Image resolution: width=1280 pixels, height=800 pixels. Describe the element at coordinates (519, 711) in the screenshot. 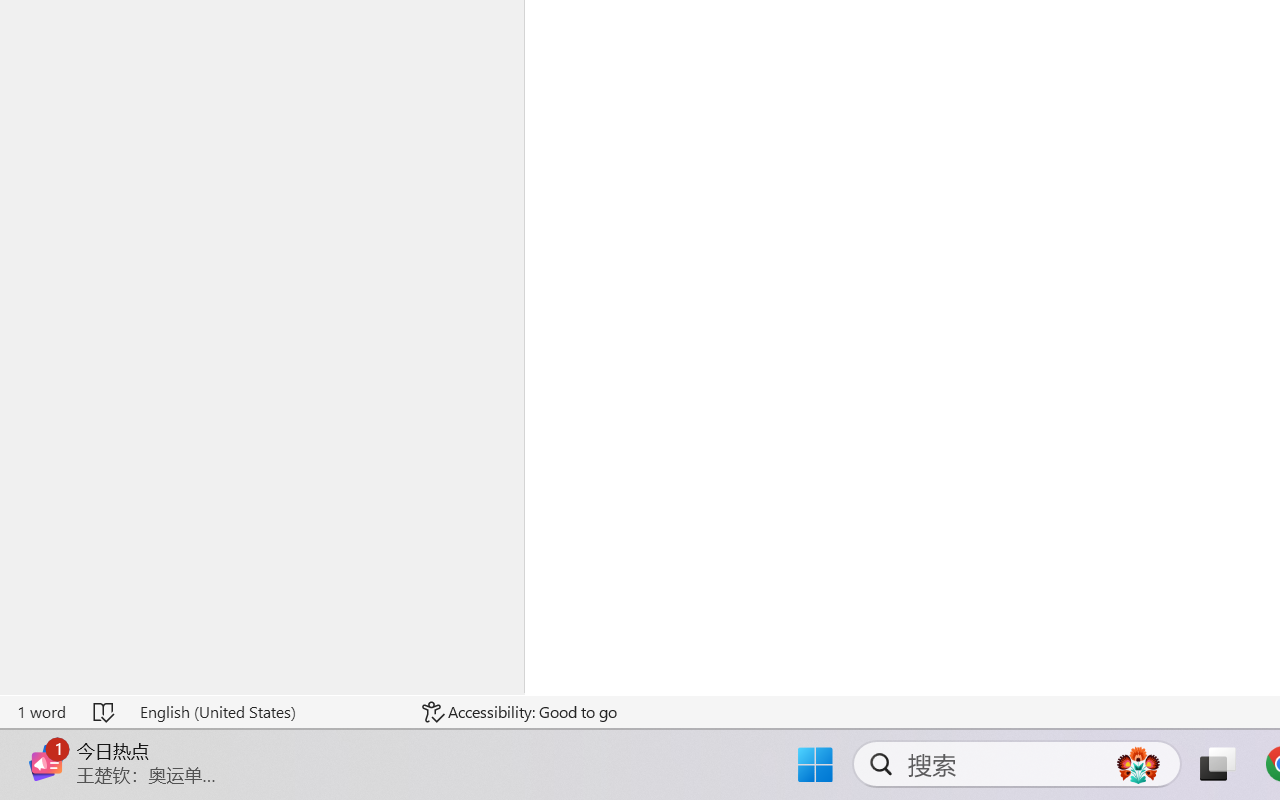

I see `'Accessibility Checker Accessibility: Good to go'` at that location.